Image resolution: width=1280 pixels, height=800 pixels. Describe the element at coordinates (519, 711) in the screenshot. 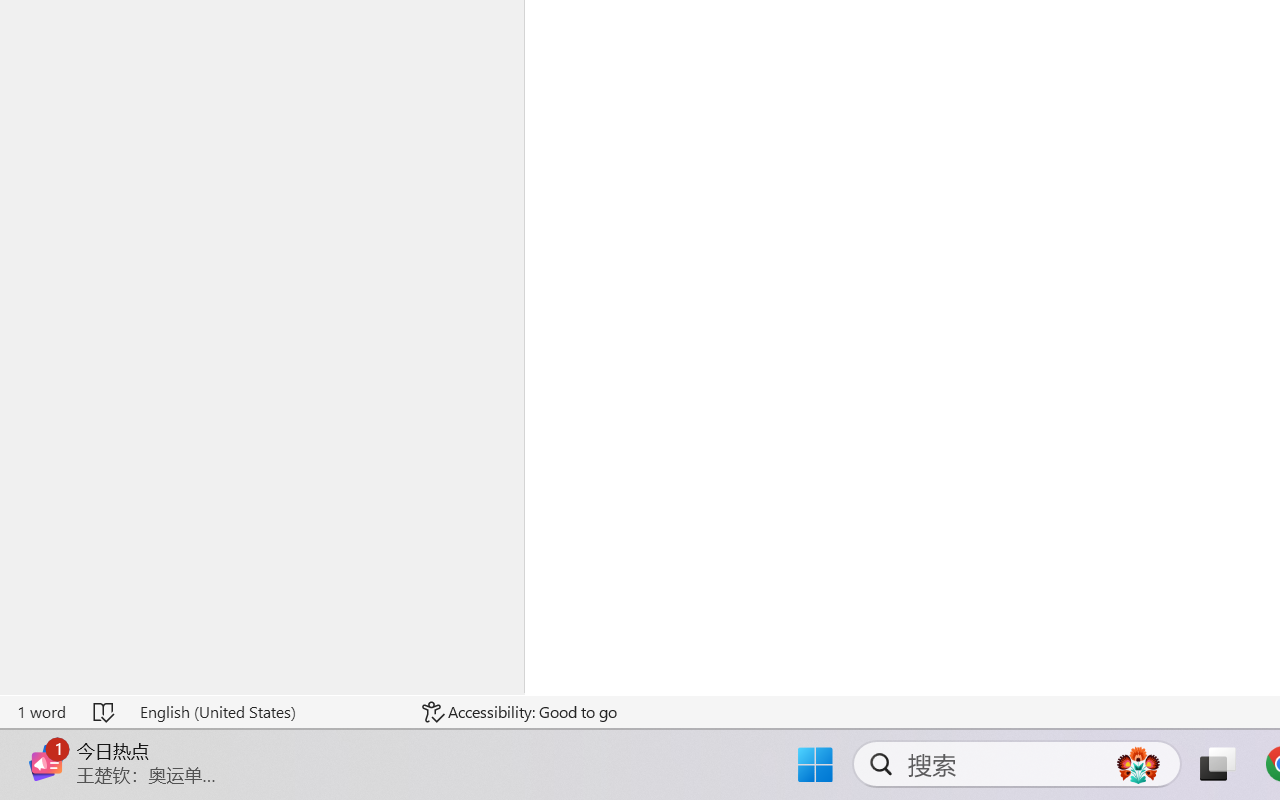

I see `'Accessibility Checker Accessibility: Good to go'` at that location.